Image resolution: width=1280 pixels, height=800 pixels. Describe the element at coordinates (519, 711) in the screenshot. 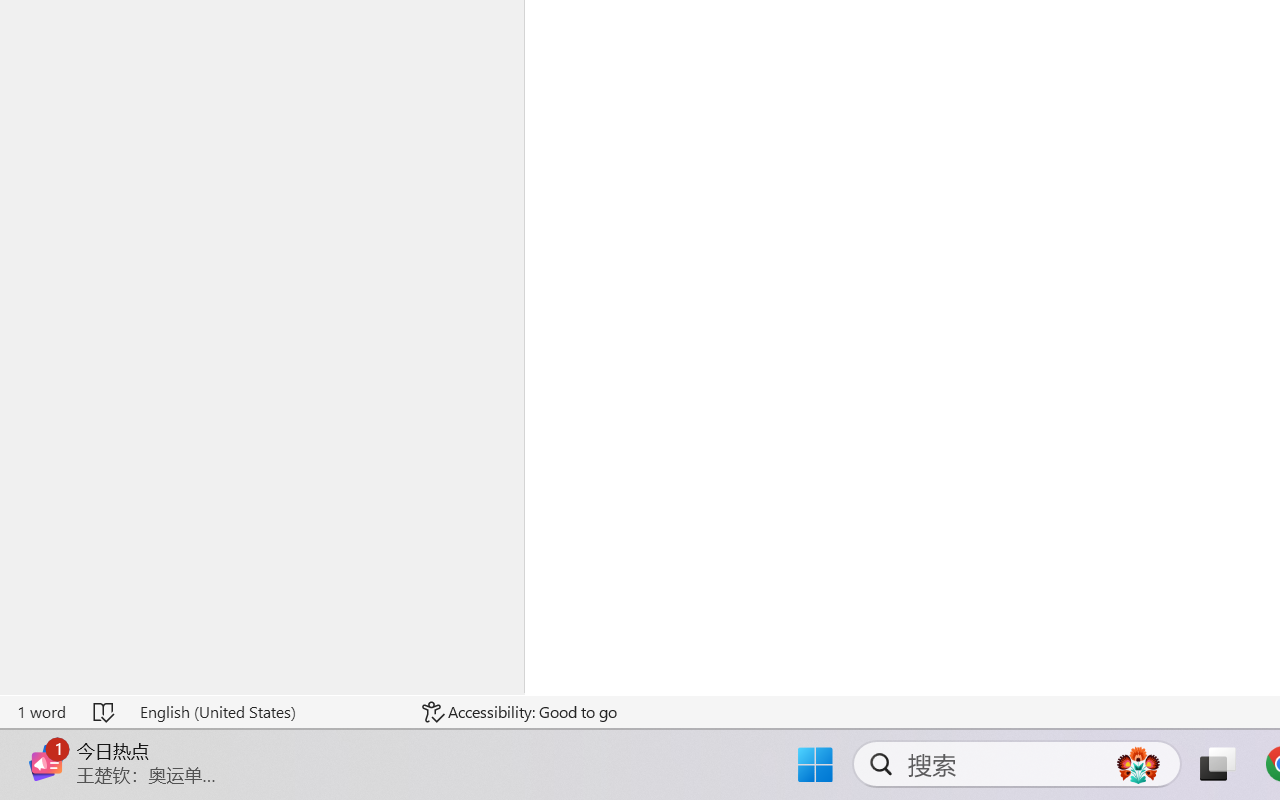

I see `'Accessibility Checker Accessibility: Good to go'` at that location.